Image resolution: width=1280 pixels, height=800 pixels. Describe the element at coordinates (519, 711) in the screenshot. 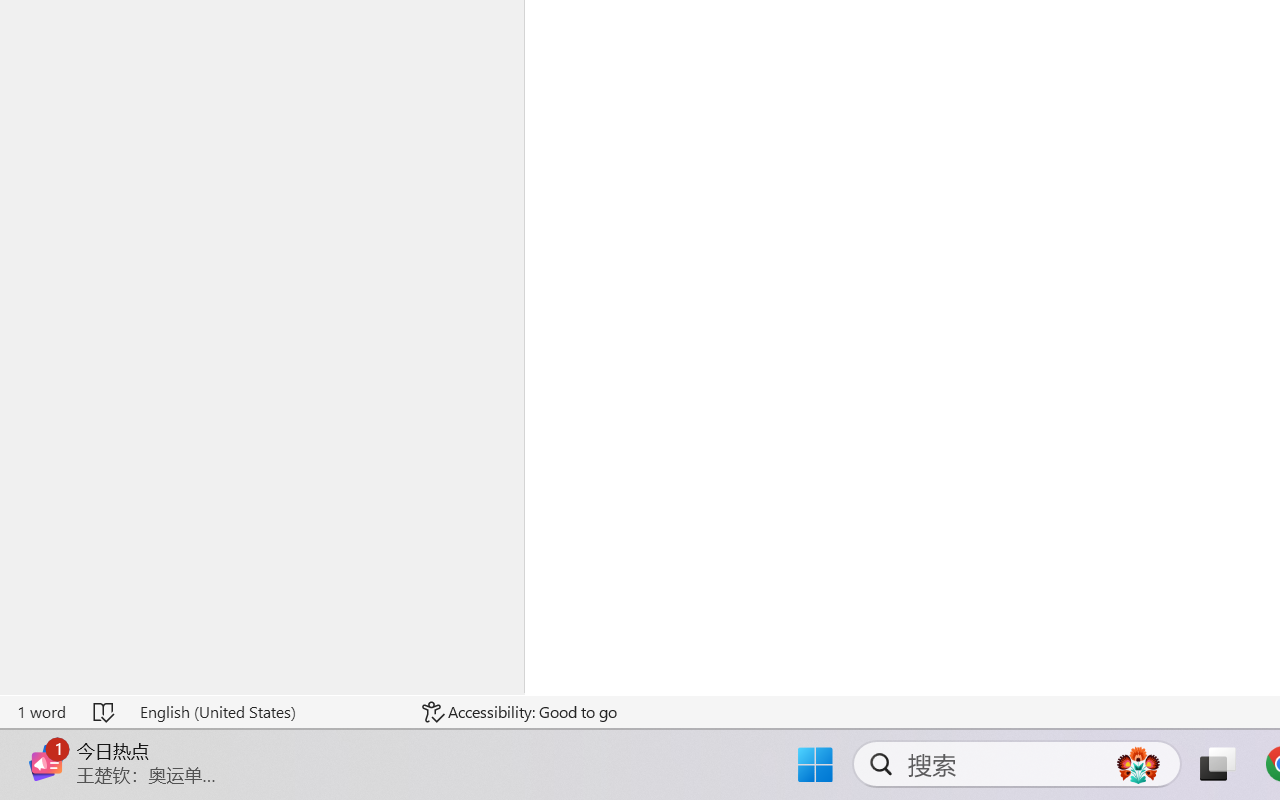

I see `'Accessibility Checker Accessibility: Good to go'` at that location.